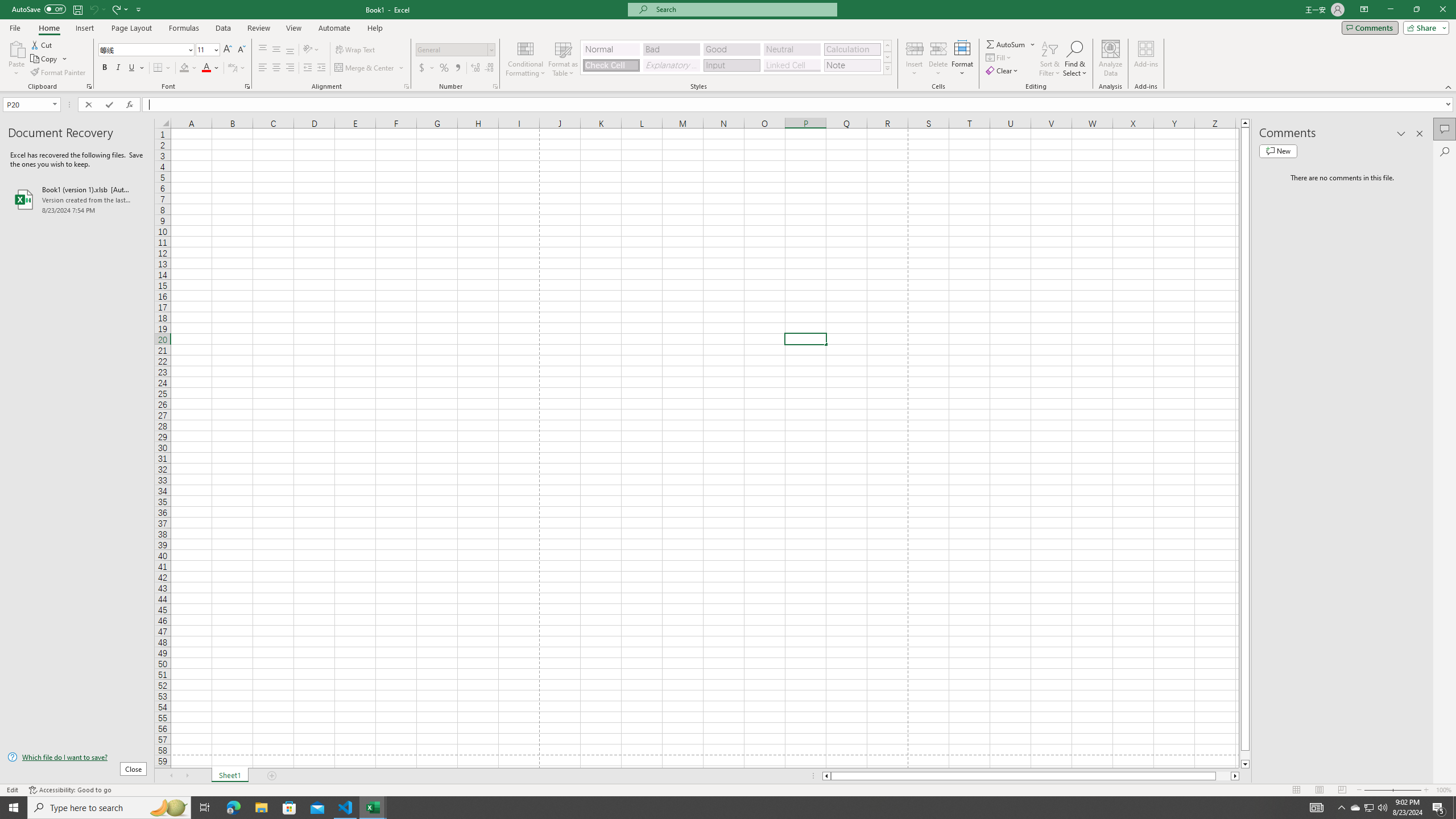  What do you see at coordinates (76, 198) in the screenshot?
I see `'Book1 (version 1).xlsb  [AutoRecovered]'` at bounding box center [76, 198].